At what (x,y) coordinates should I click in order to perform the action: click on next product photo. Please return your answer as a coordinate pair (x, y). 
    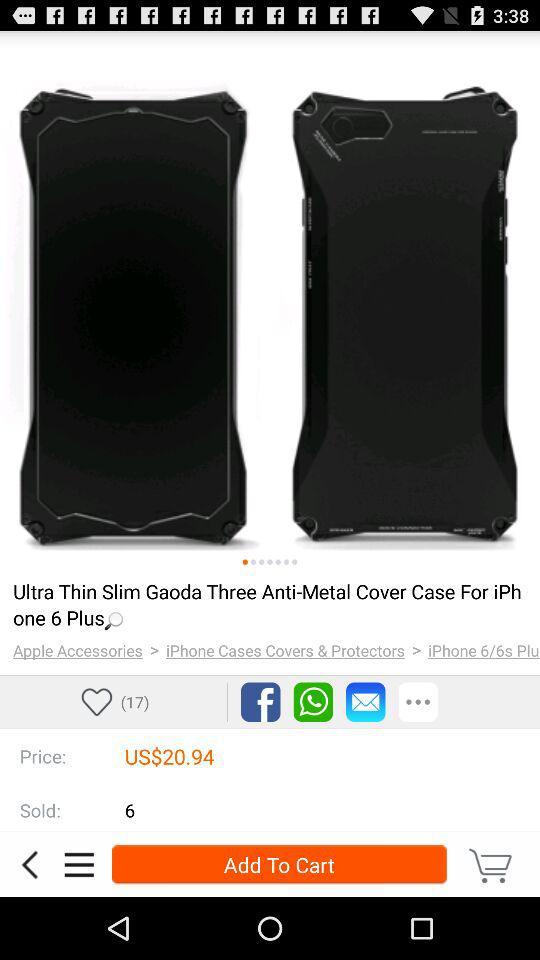
    Looking at the image, I should click on (253, 562).